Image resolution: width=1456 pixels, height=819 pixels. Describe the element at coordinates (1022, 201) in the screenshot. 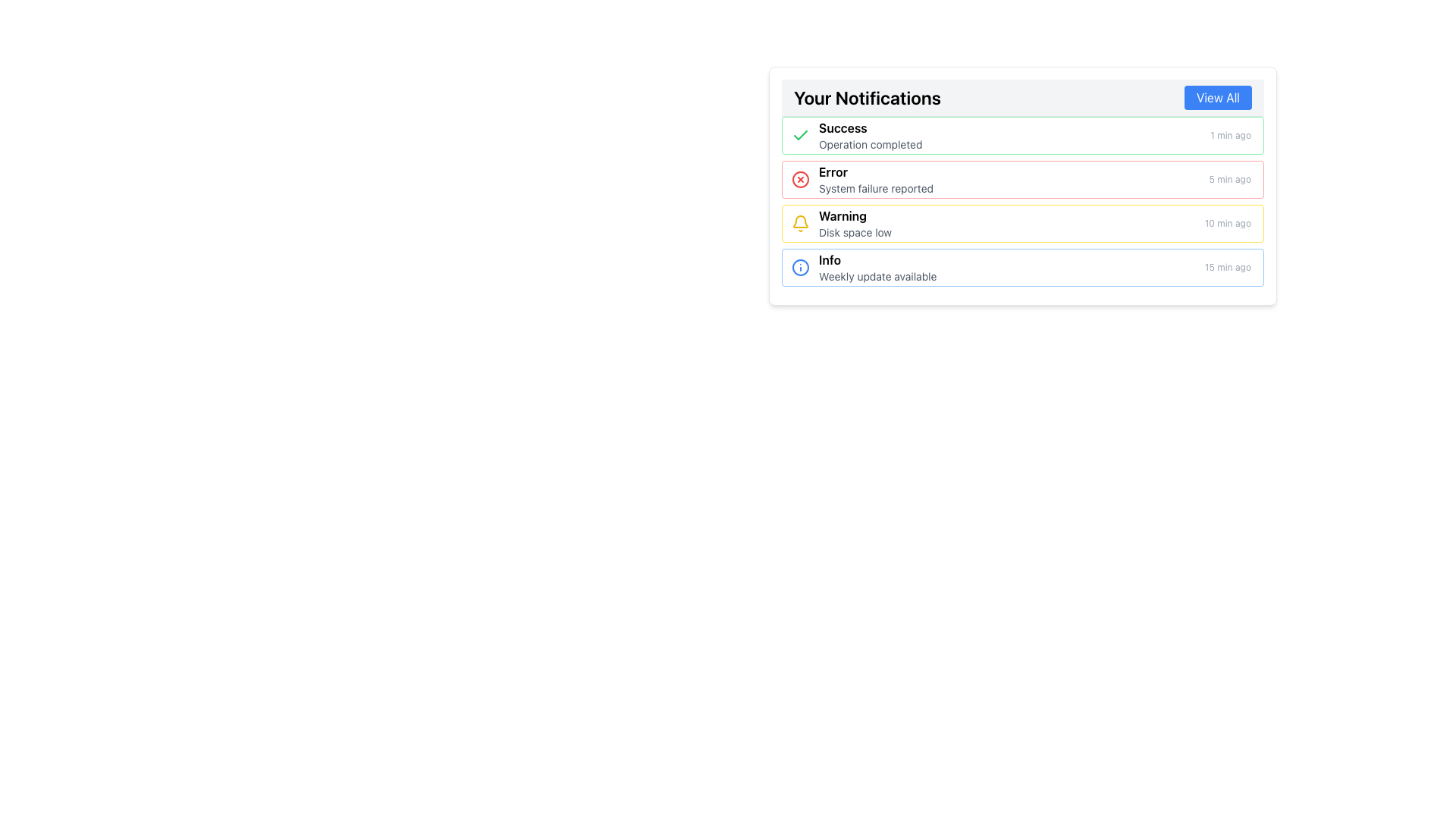

I see `the second notification item in the 'Your Notifications' section that indicates an error occurrence` at that location.